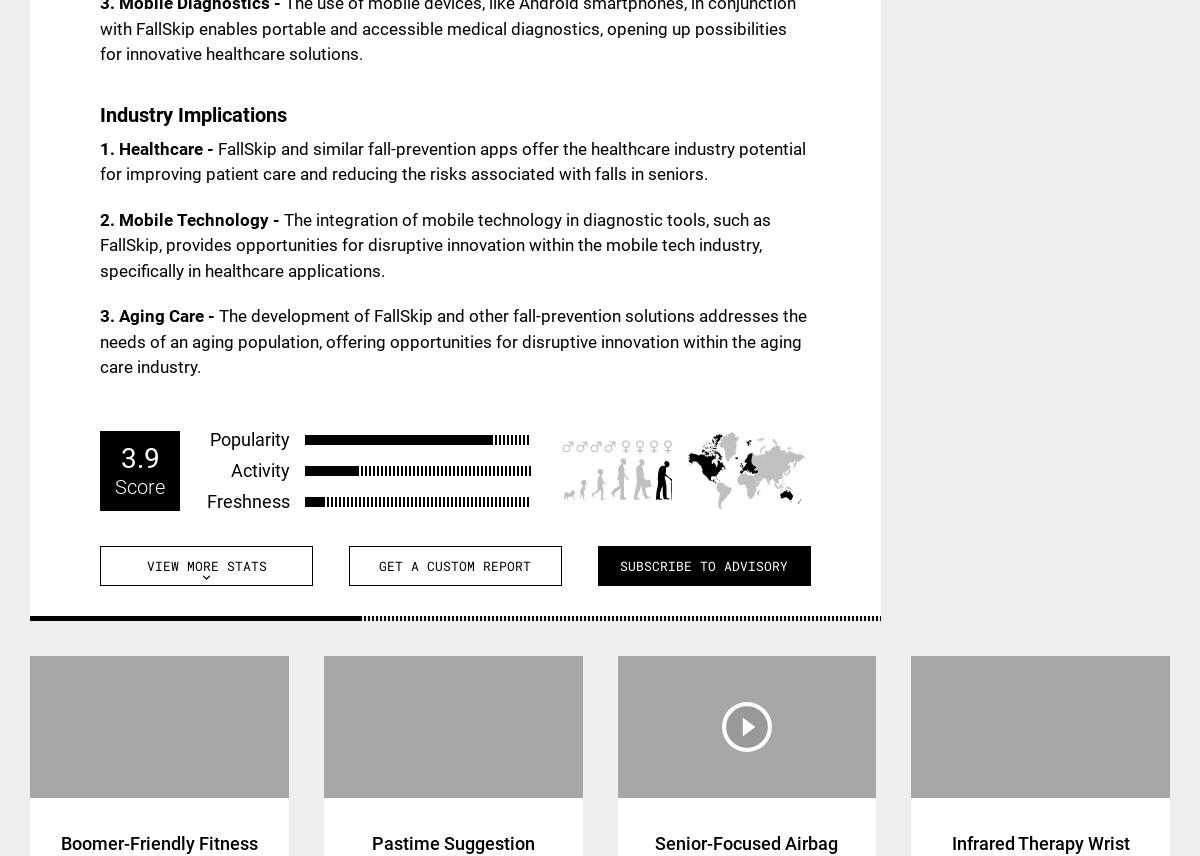 The width and height of the screenshot is (1200, 856). What do you see at coordinates (158, 316) in the screenshot?
I see `'3. Aging Care -'` at bounding box center [158, 316].